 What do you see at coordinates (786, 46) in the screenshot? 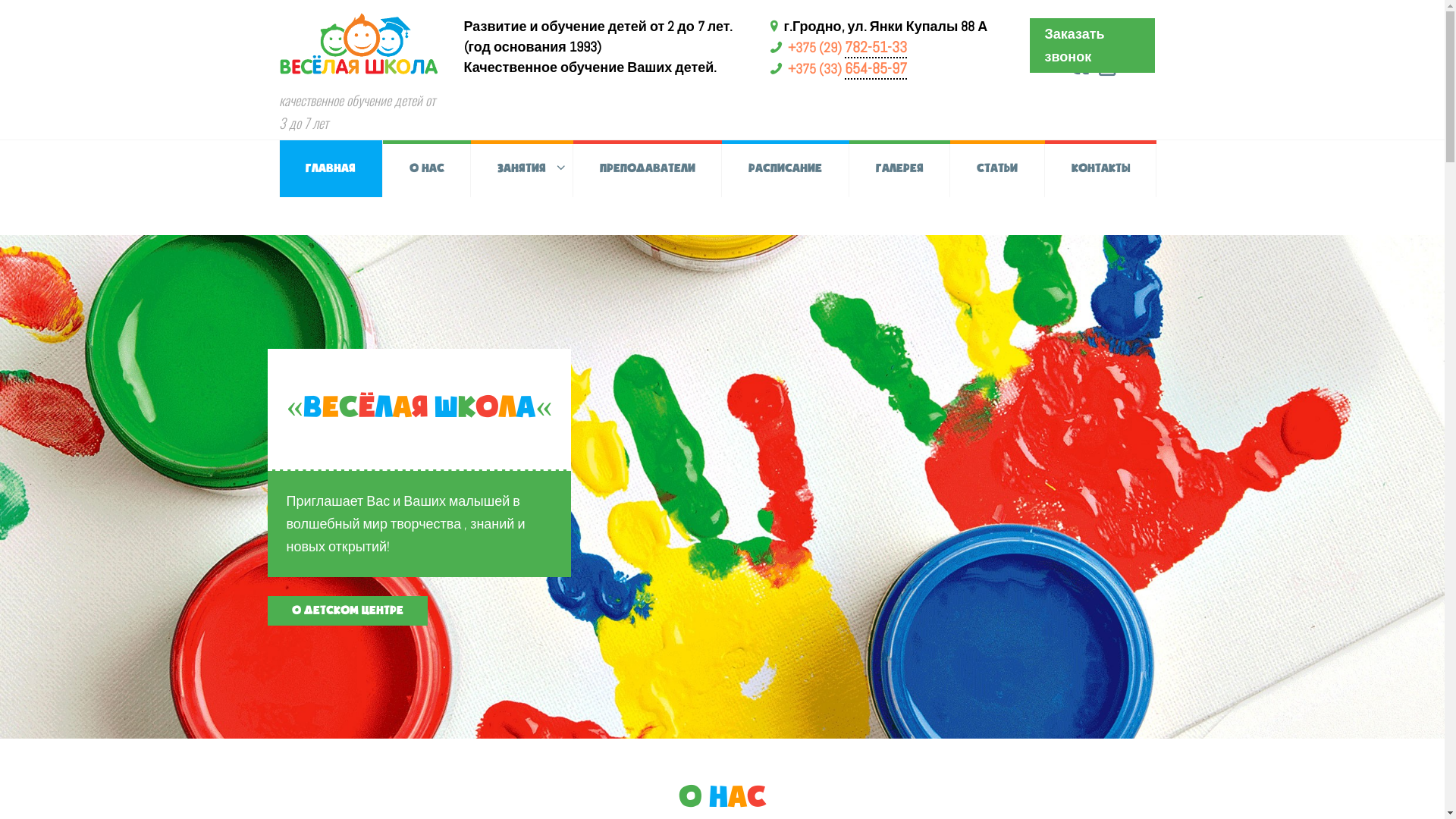
I see `'+375 (29) 782-51-33'` at bounding box center [786, 46].